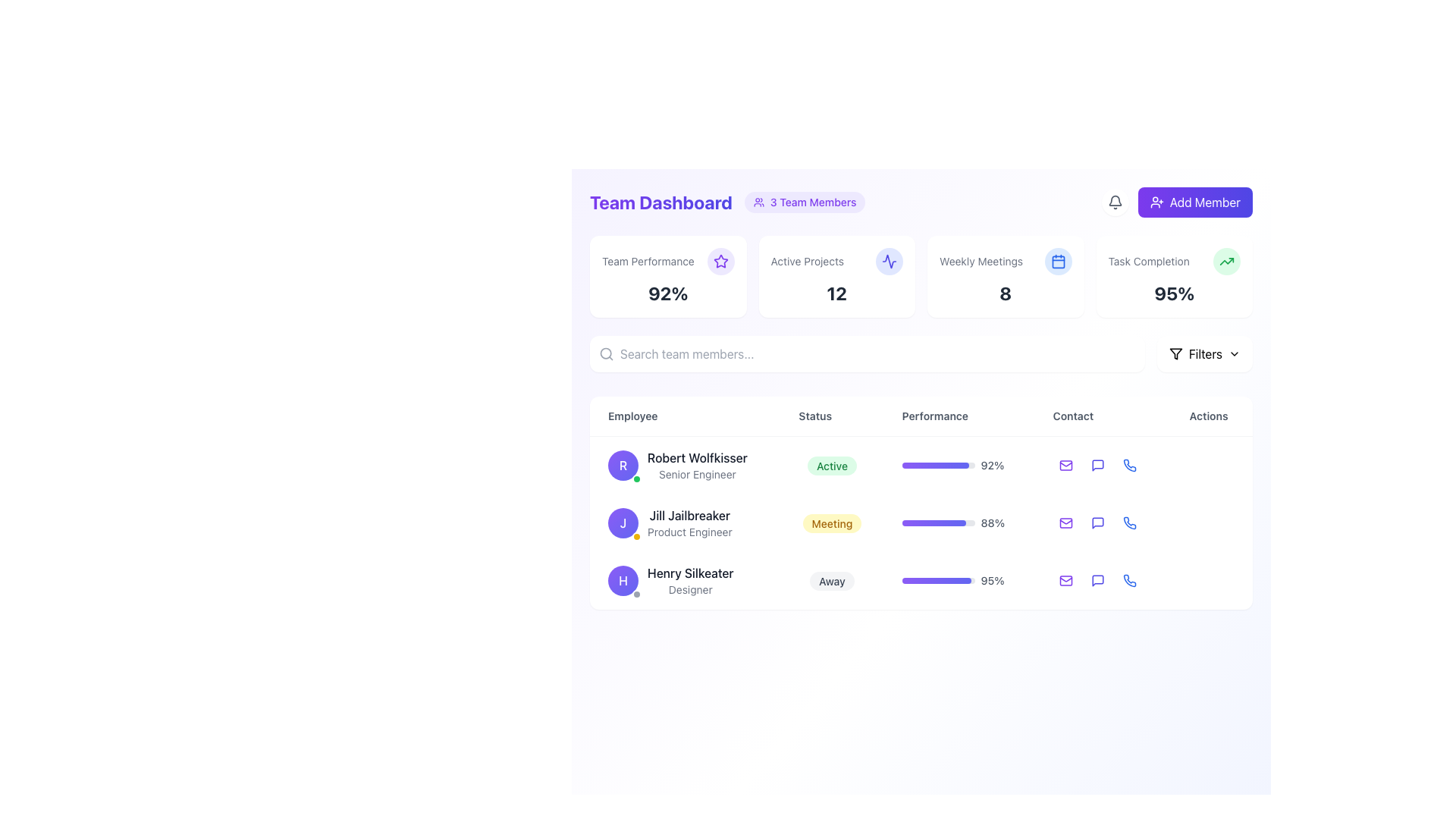 The height and width of the screenshot is (819, 1456). I want to click on the violet-colored mail icon button, which is an outlined envelope, in the Actions column for the individual Henry Silkeater to initiate an email, so click(1065, 580).